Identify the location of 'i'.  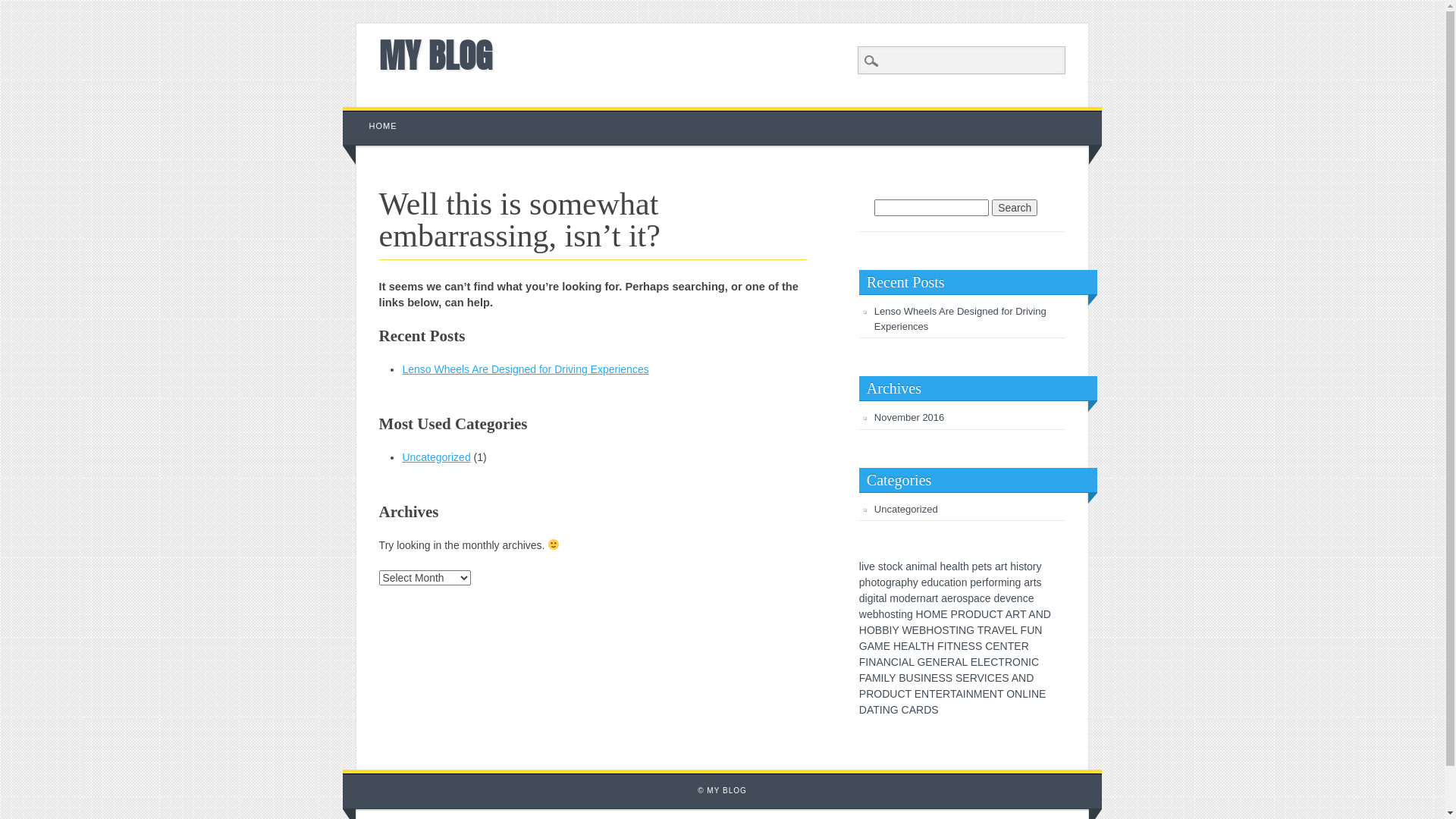
(953, 581).